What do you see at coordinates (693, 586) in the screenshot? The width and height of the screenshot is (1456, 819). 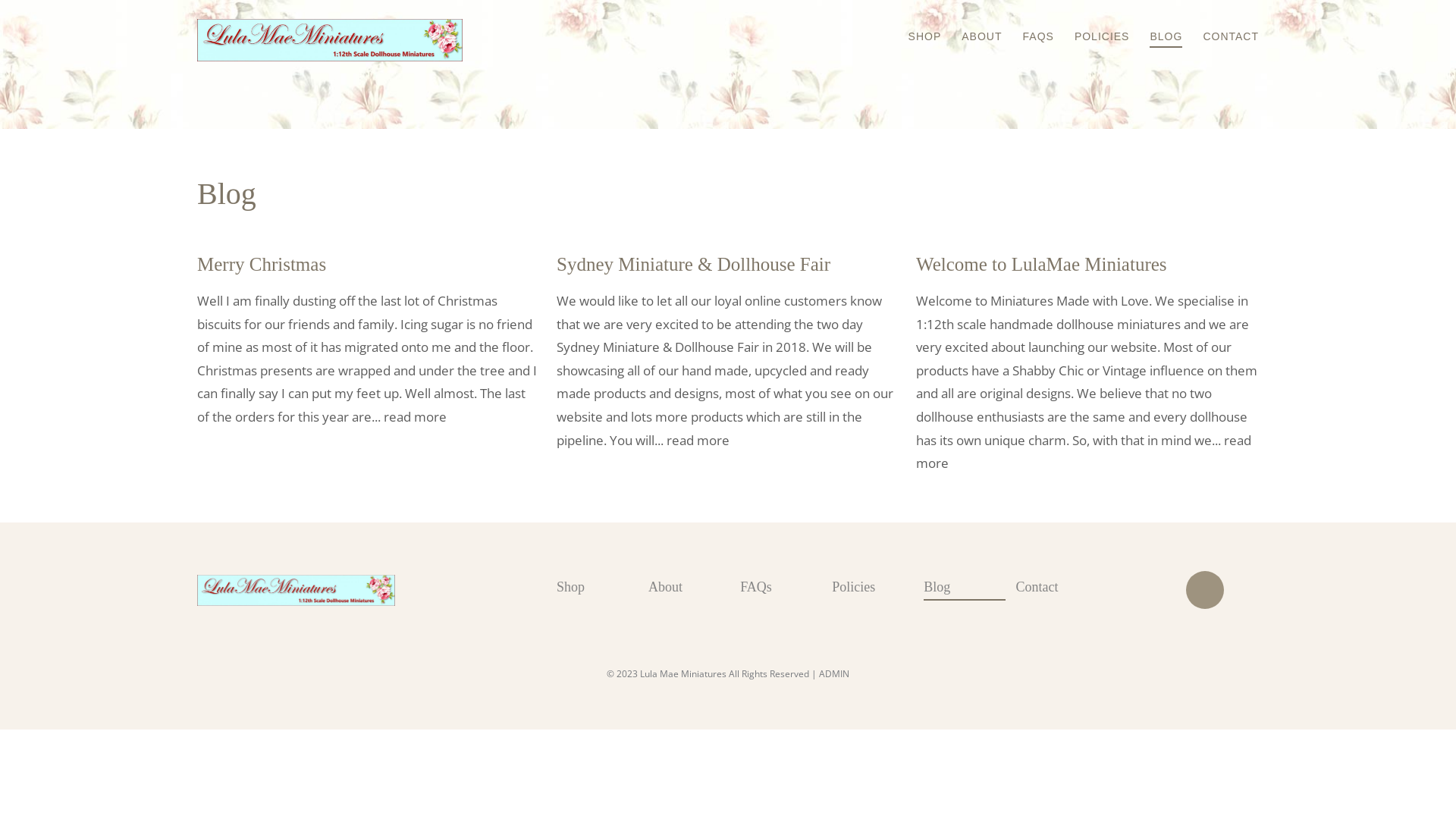 I see `'About'` at bounding box center [693, 586].